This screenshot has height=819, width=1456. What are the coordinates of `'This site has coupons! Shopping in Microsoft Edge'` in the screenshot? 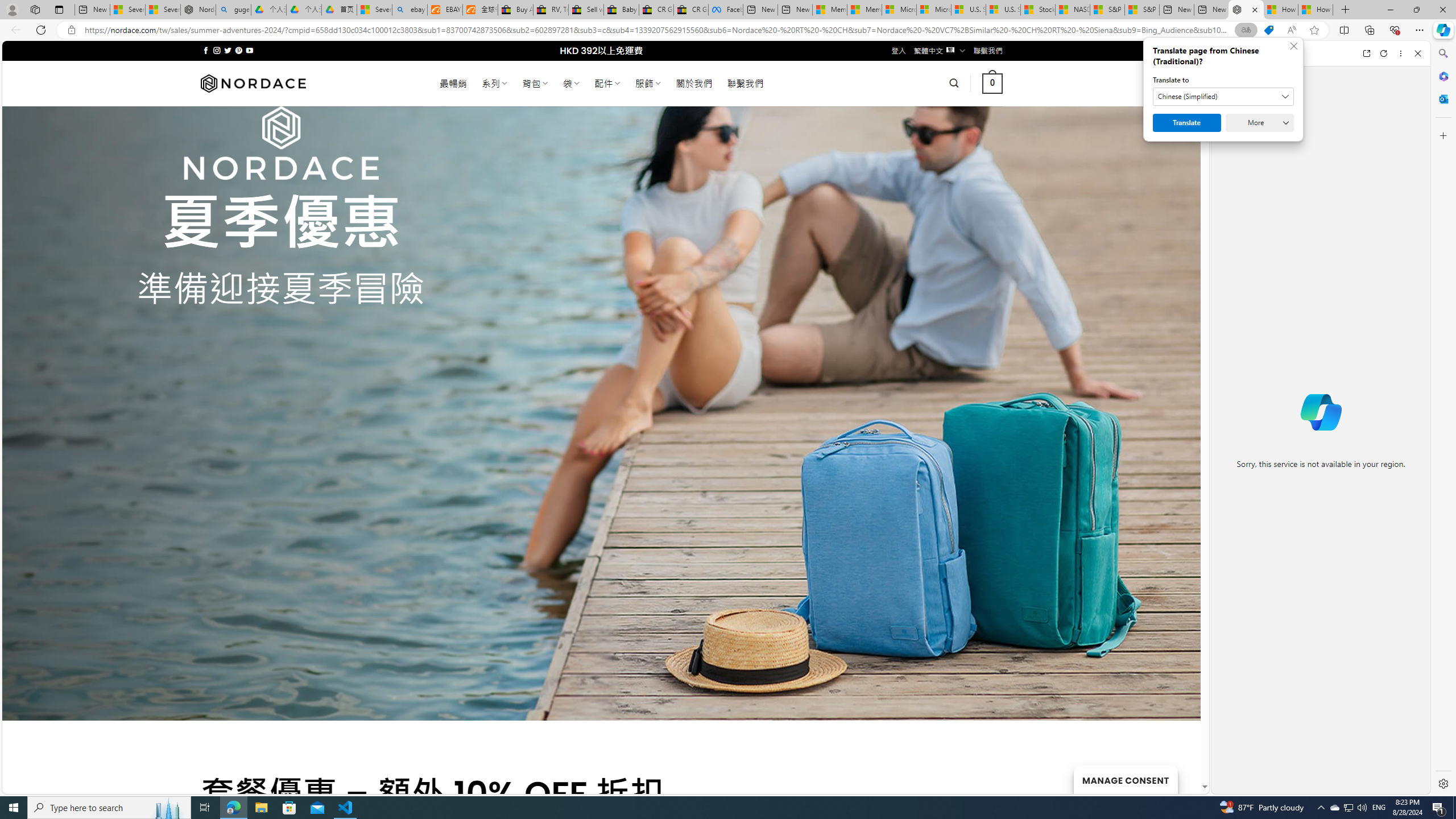 It's located at (1268, 30).